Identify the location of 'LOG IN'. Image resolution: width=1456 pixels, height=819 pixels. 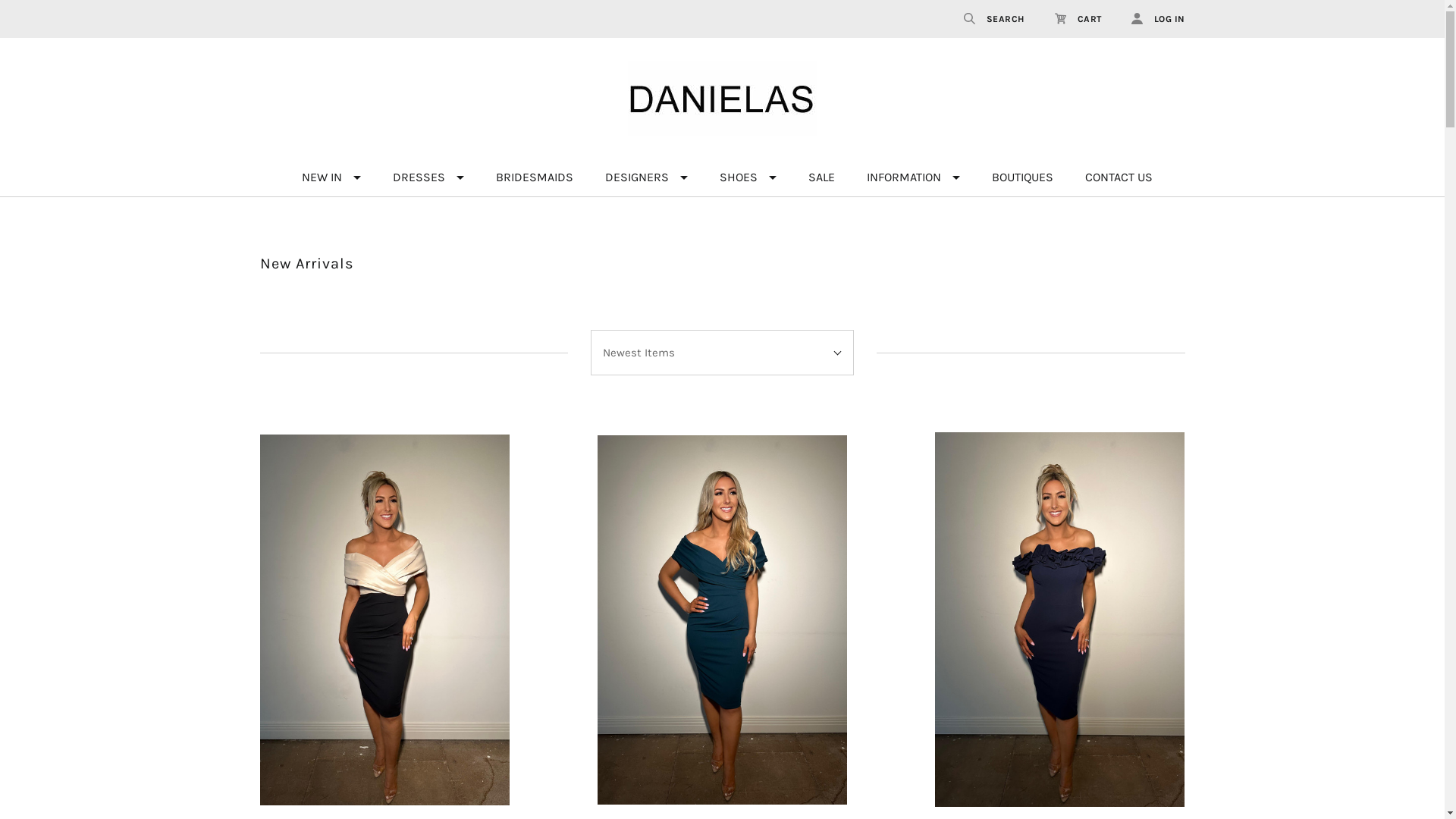
(1116, 18).